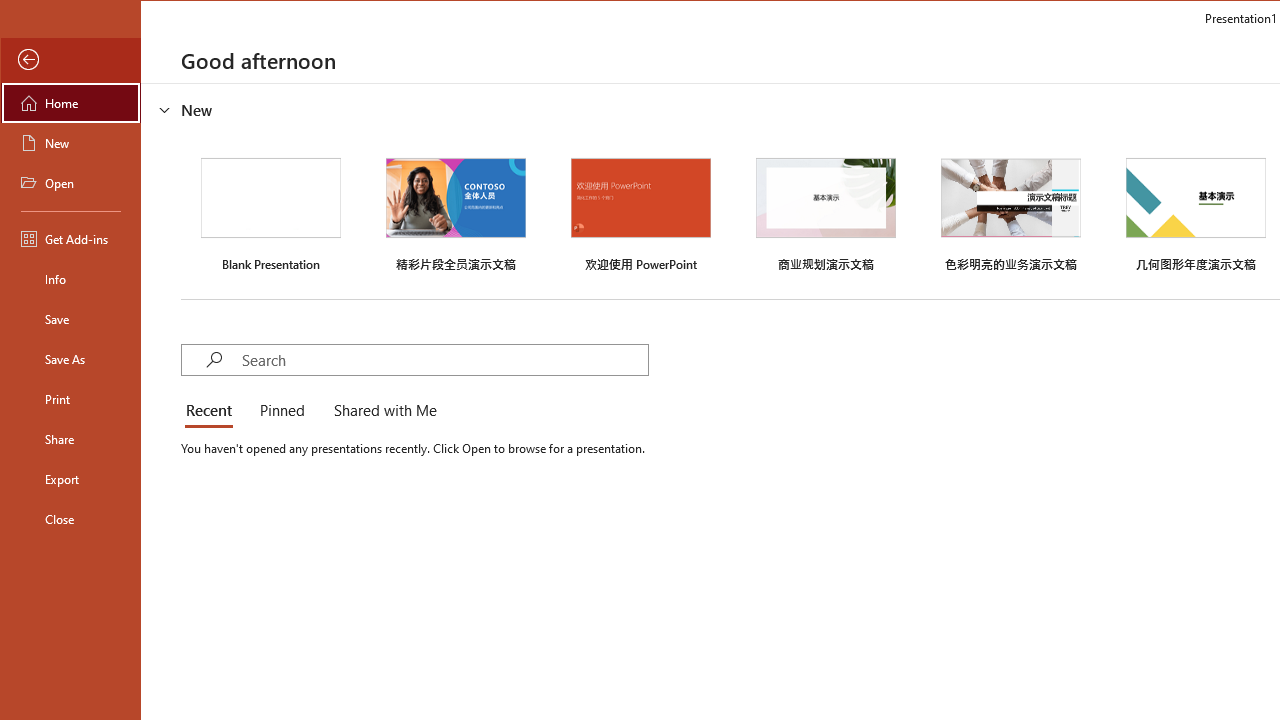  I want to click on 'Recent', so click(212, 410).